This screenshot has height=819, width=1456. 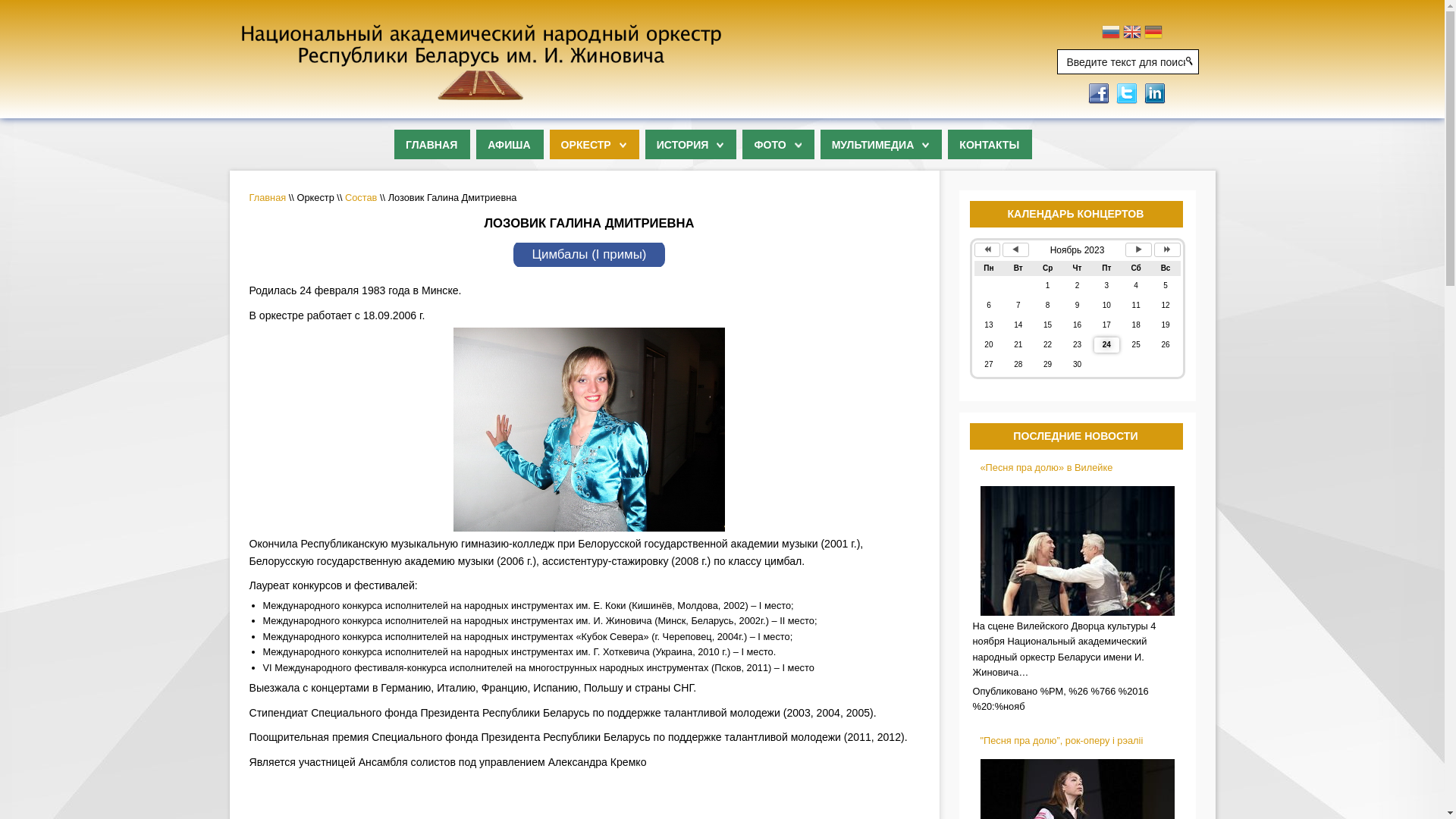 What do you see at coordinates (1123, 33) in the screenshot?
I see `'English'` at bounding box center [1123, 33].